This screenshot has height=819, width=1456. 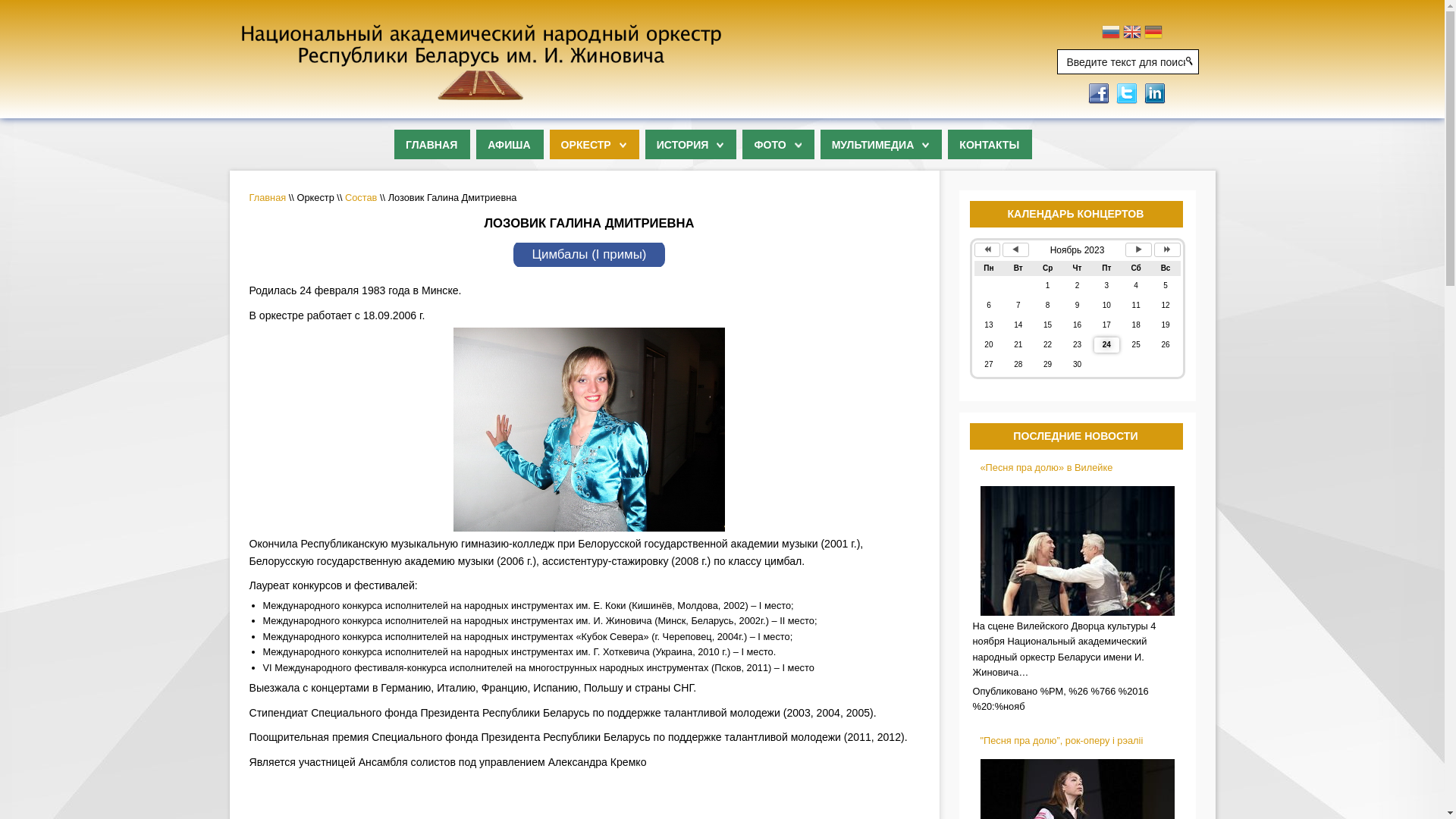 What do you see at coordinates (1123, 33) in the screenshot?
I see `'English'` at bounding box center [1123, 33].